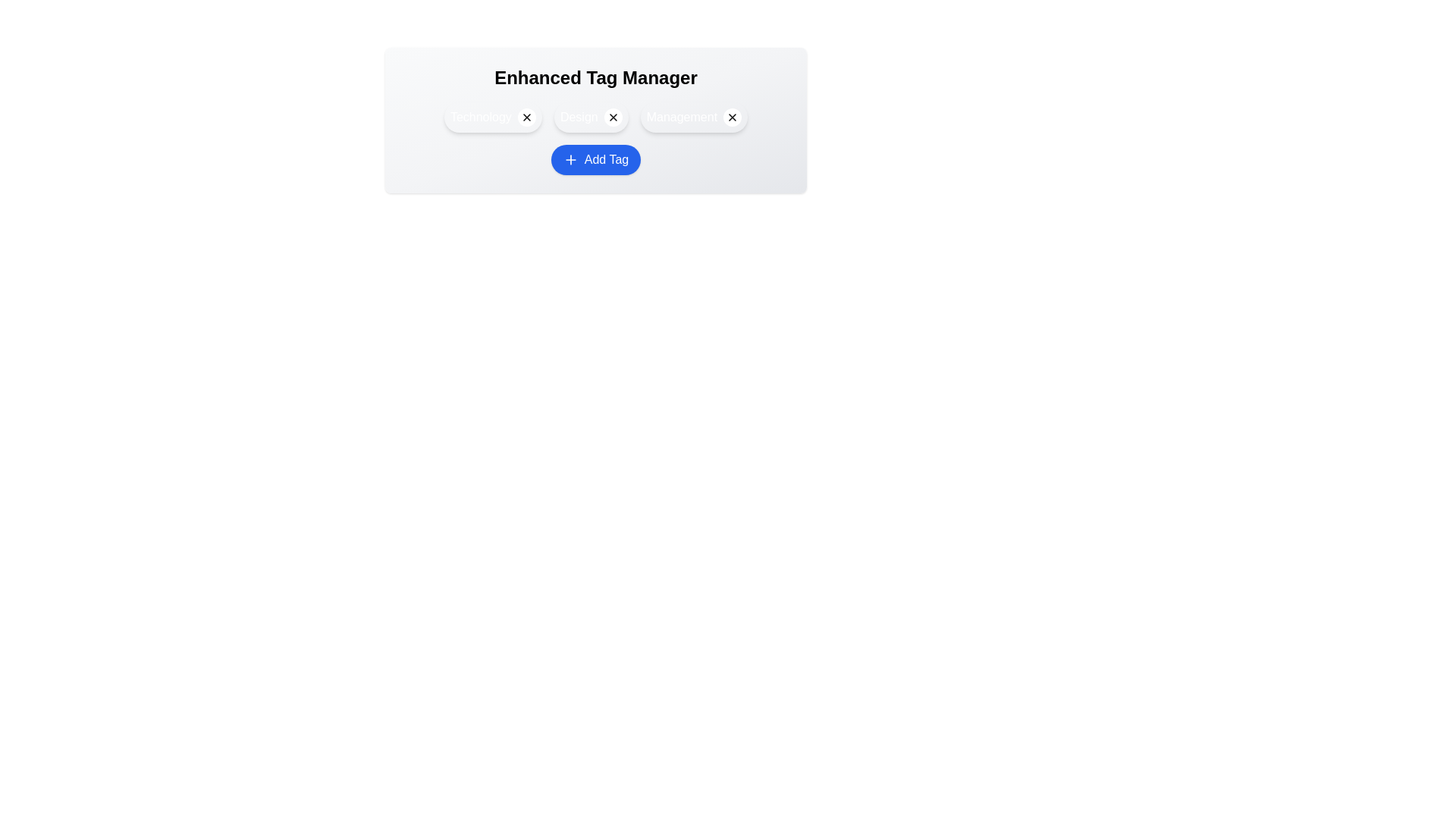 This screenshot has width=1456, height=819. What do you see at coordinates (590, 116) in the screenshot?
I see `the tag labeled Design` at bounding box center [590, 116].